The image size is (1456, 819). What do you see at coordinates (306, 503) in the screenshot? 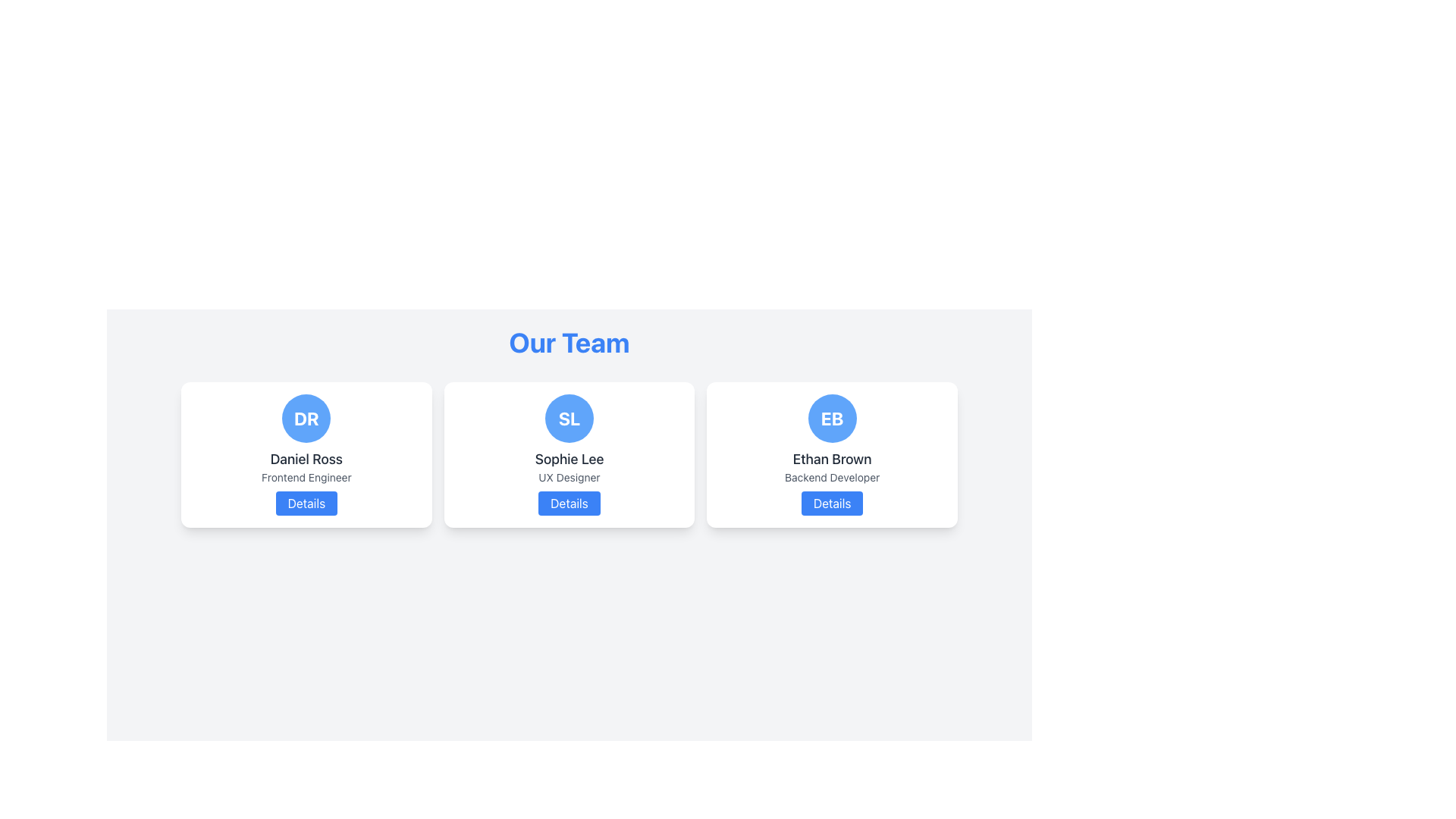
I see `the rectangular button with a blue background and white text reading 'Details' located below the role description of 'Frontend Engineer' for Daniel Ross` at bounding box center [306, 503].